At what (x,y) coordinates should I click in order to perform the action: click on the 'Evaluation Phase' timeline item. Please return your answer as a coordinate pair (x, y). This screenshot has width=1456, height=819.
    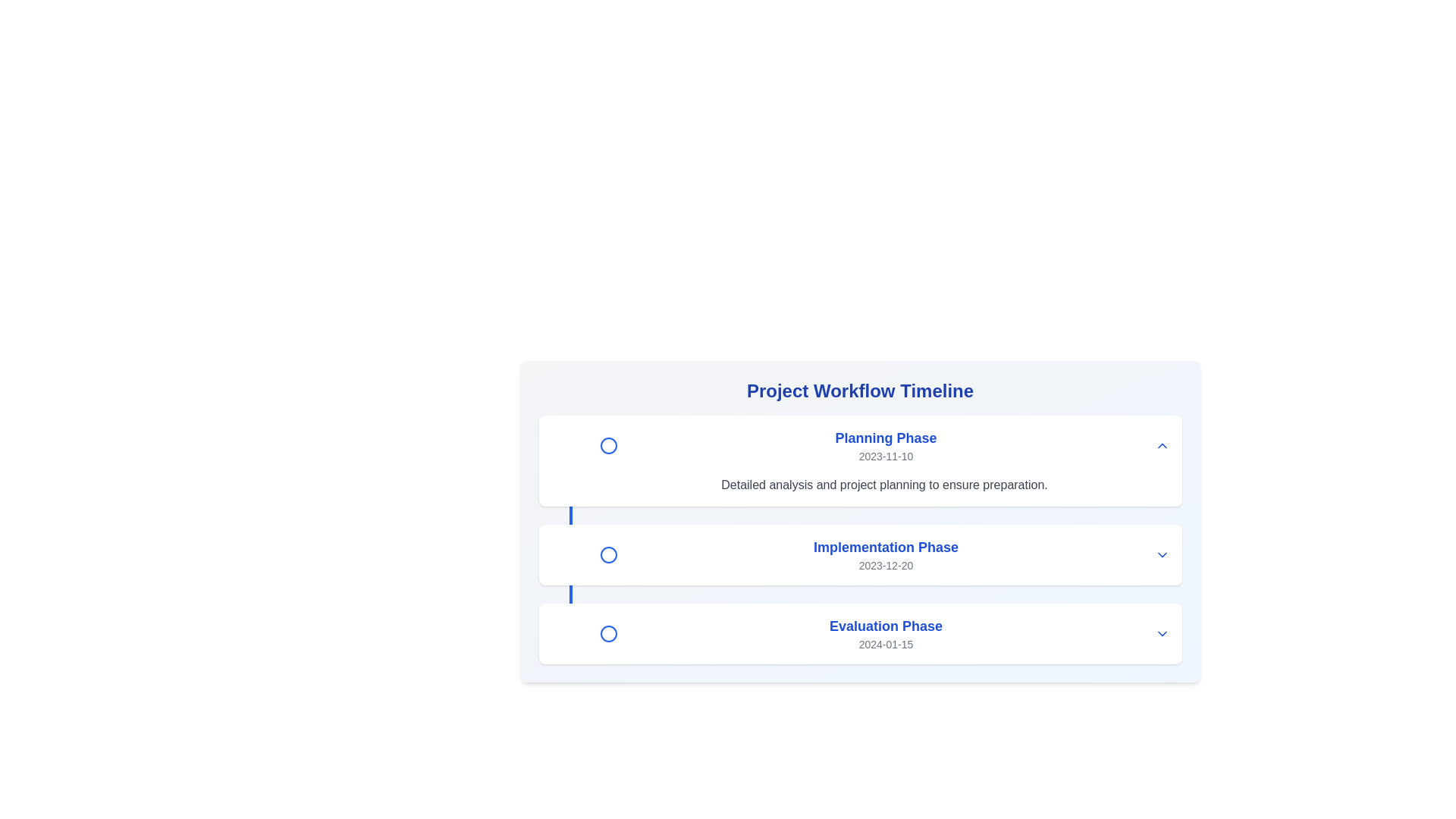
    Looking at the image, I should click on (884, 634).